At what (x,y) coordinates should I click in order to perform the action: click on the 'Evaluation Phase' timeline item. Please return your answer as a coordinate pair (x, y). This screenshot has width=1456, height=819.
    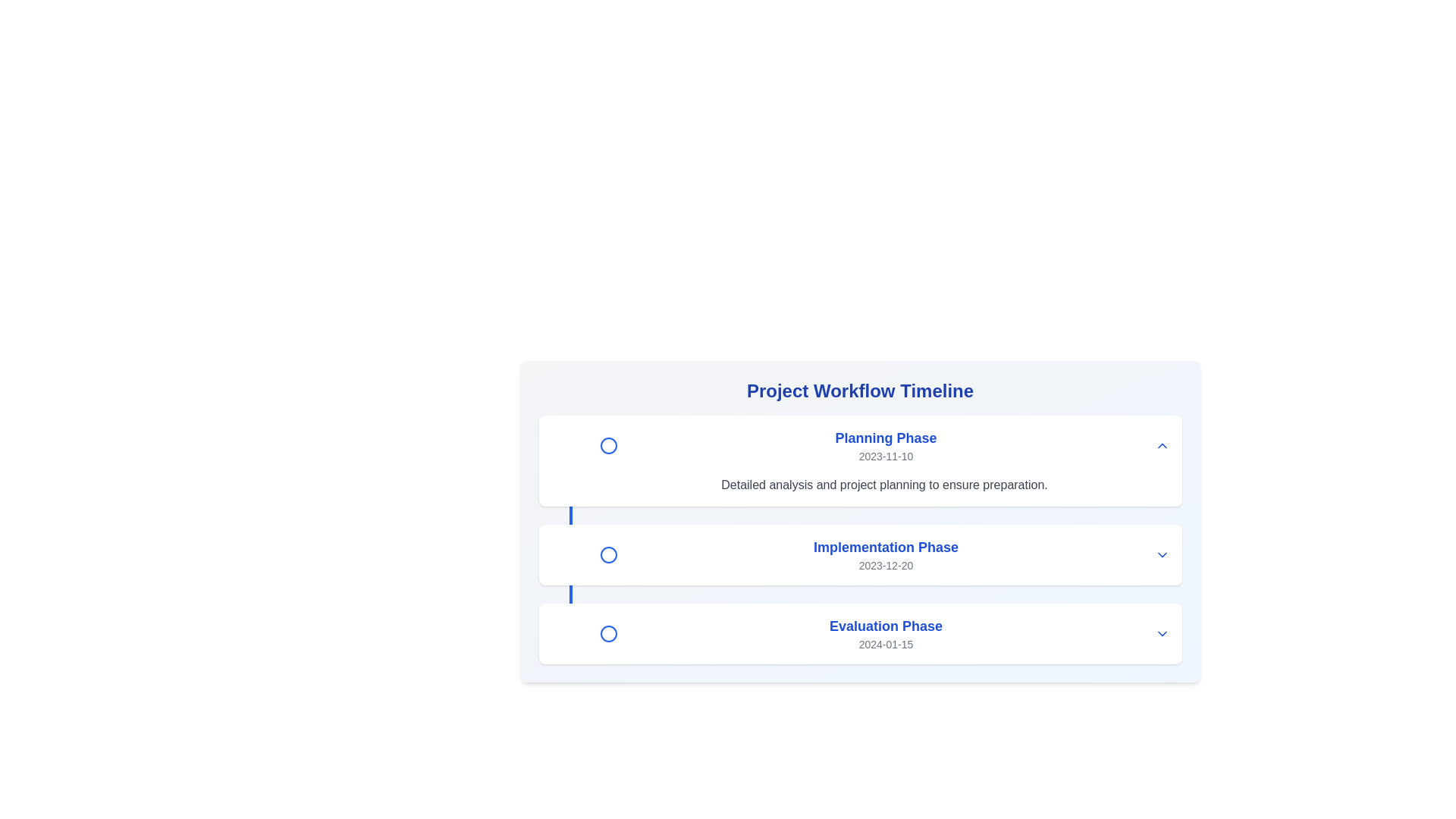
    Looking at the image, I should click on (884, 634).